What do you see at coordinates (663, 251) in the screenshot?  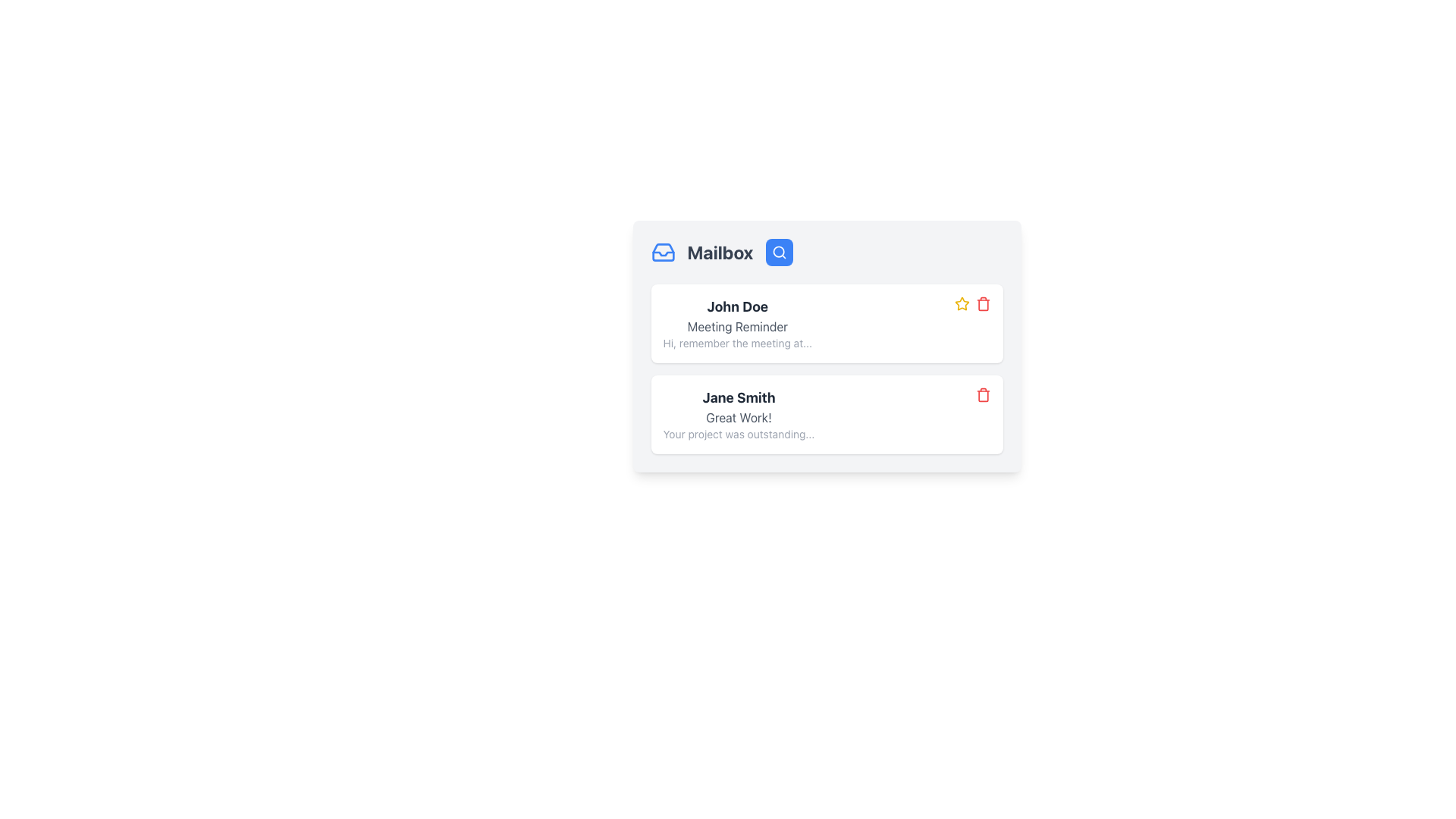 I see `the mailbox graphical icon located in the header section to the left of the title 'Mailbox'` at bounding box center [663, 251].